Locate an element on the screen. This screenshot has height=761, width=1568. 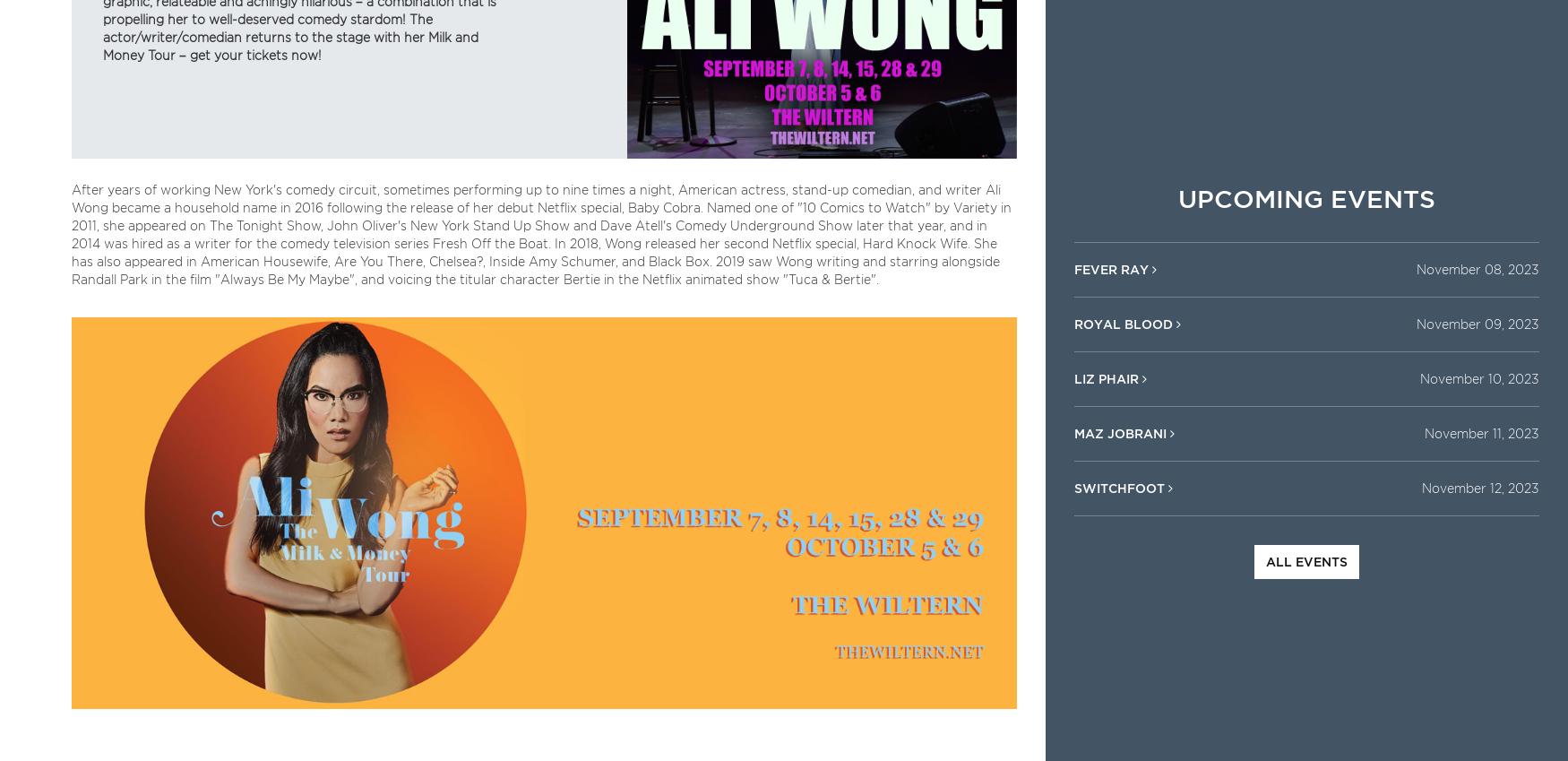
'November 12, 2023' is located at coordinates (1478, 488).